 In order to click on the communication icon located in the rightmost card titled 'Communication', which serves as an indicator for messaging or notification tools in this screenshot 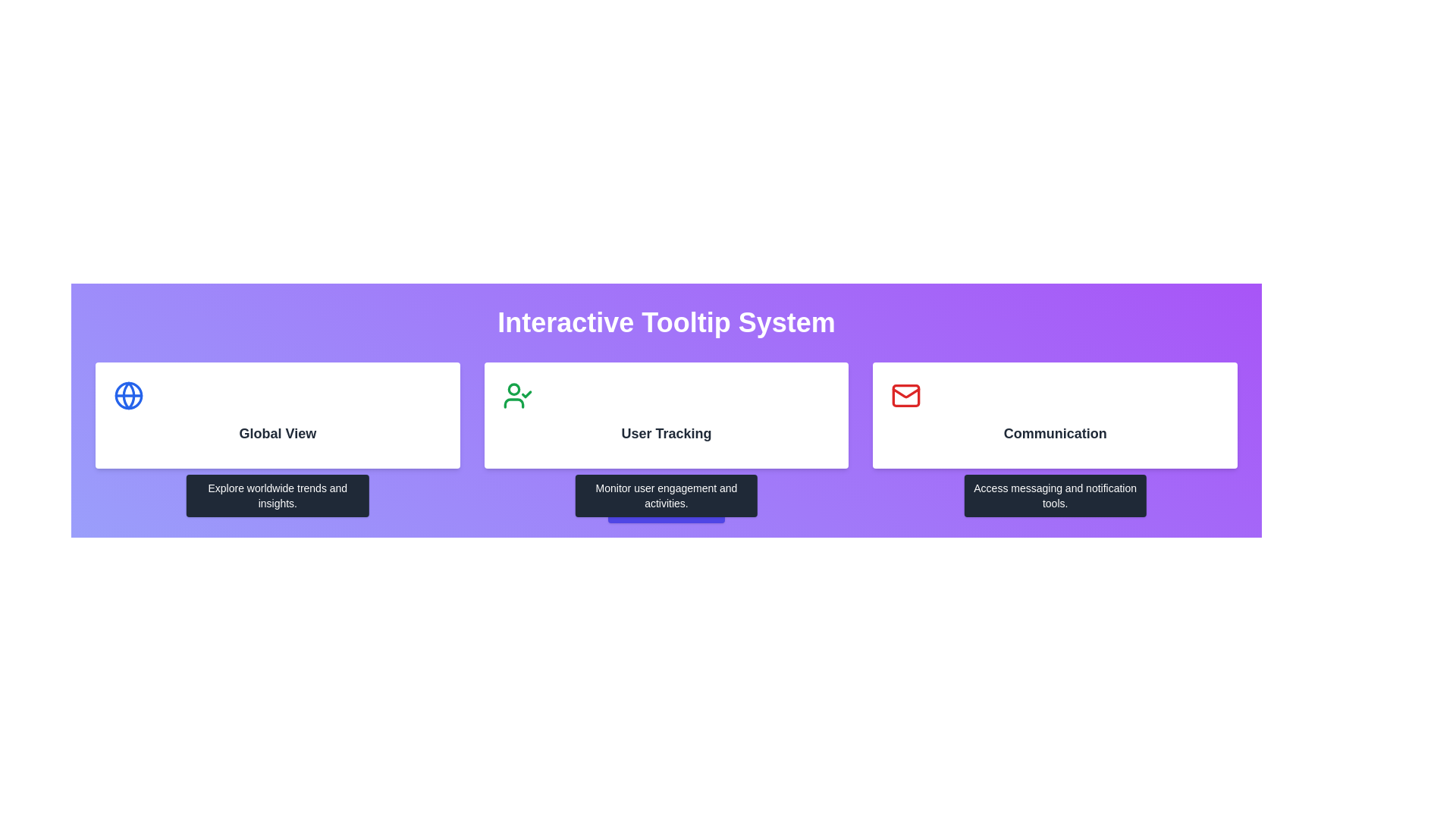, I will do `click(906, 394)`.